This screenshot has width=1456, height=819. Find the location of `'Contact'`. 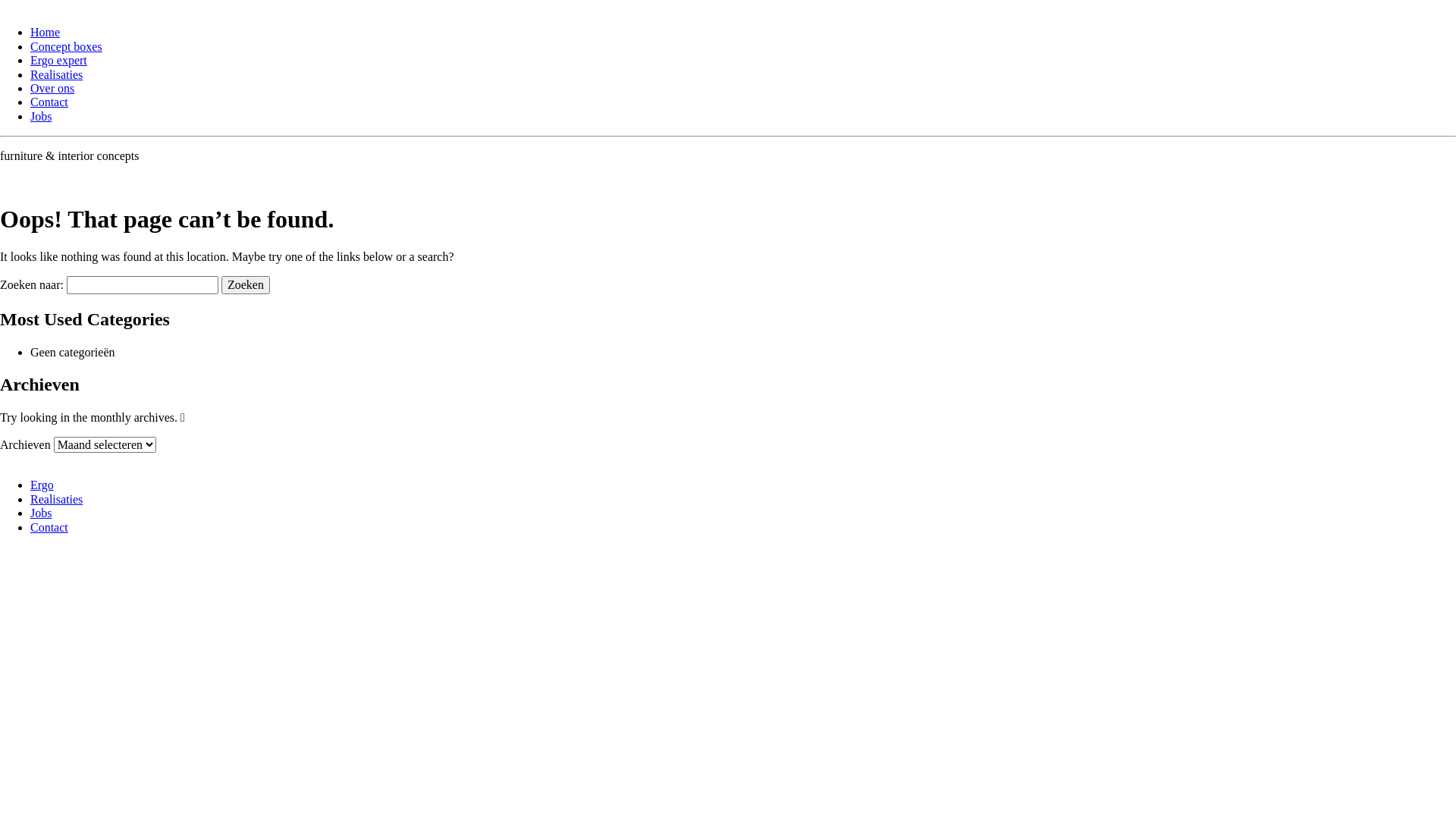

'Contact' is located at coordinates (49, 102).